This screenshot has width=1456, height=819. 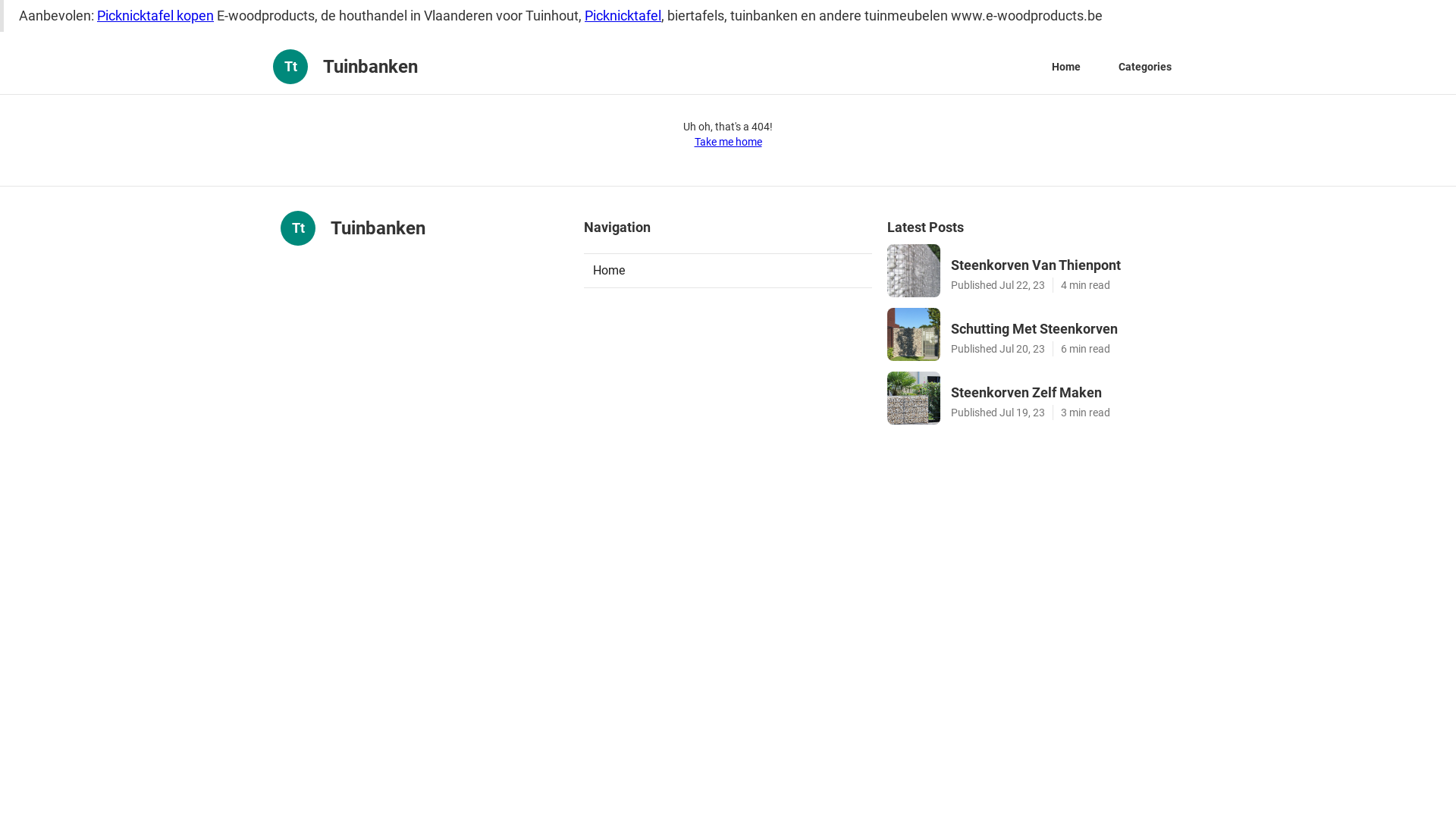 I want to click on 'Home', so click(x=728, y=270).